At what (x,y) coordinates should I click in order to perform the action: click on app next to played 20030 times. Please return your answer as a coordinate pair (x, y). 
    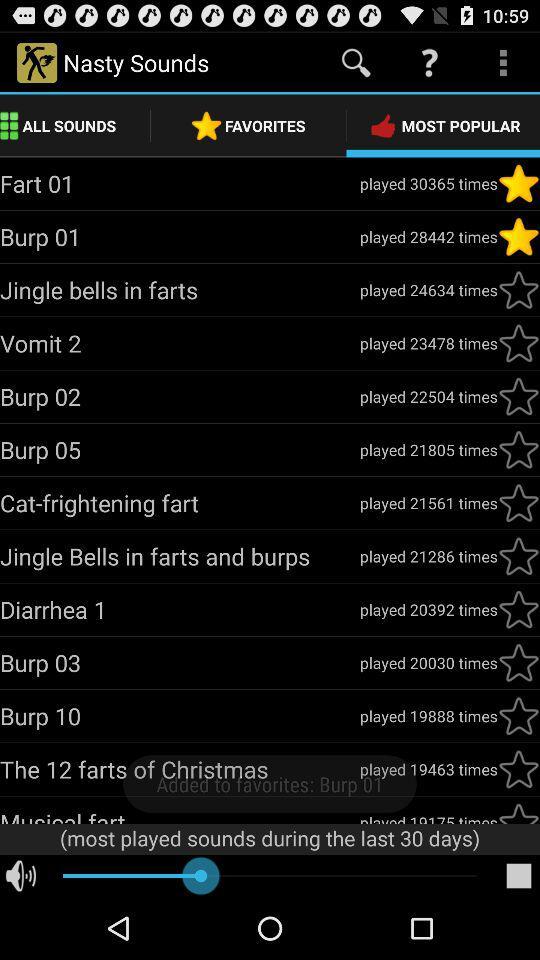
    Looking at the image, I should click on (179, 662).